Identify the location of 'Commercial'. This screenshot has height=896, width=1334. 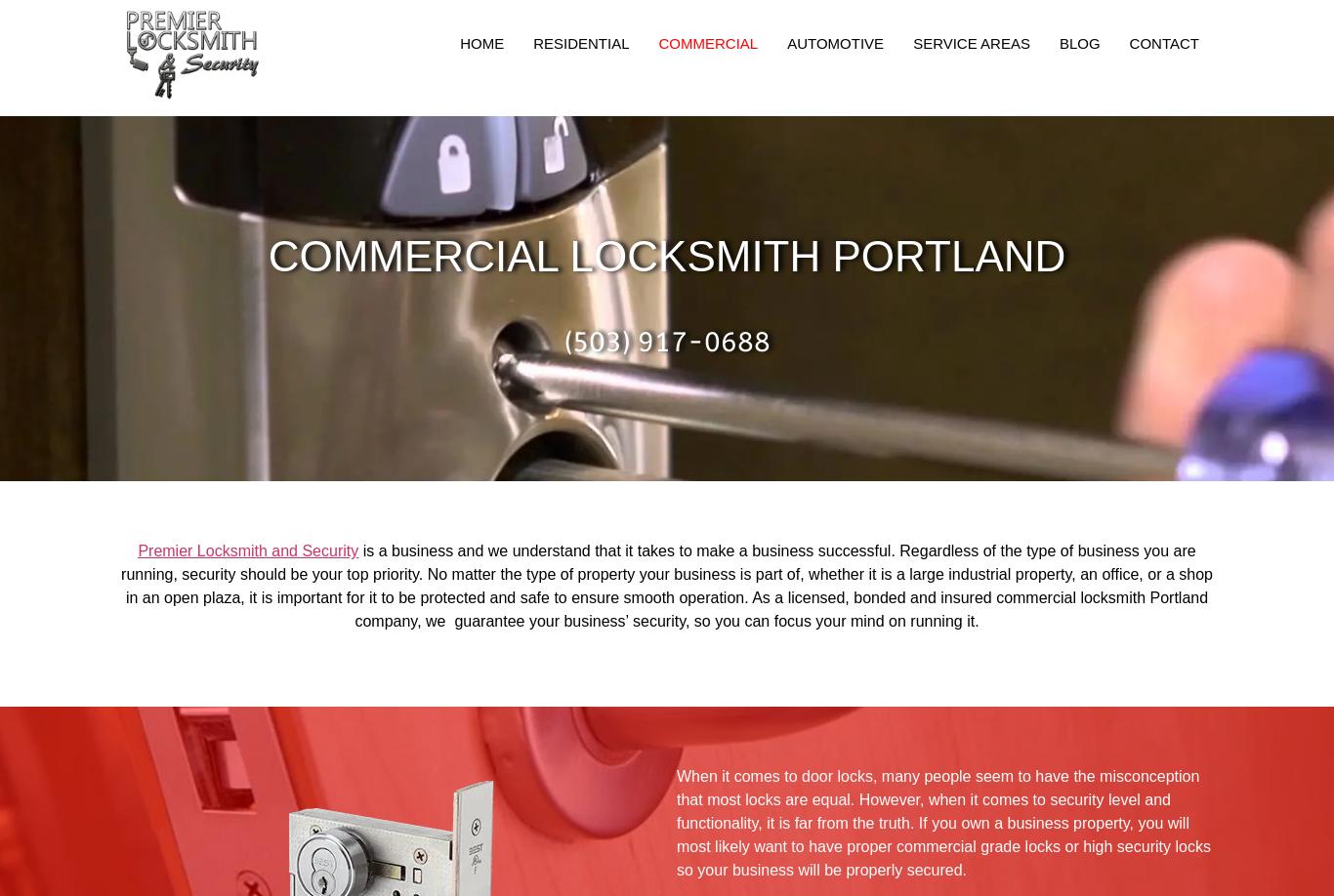
(707, 42).